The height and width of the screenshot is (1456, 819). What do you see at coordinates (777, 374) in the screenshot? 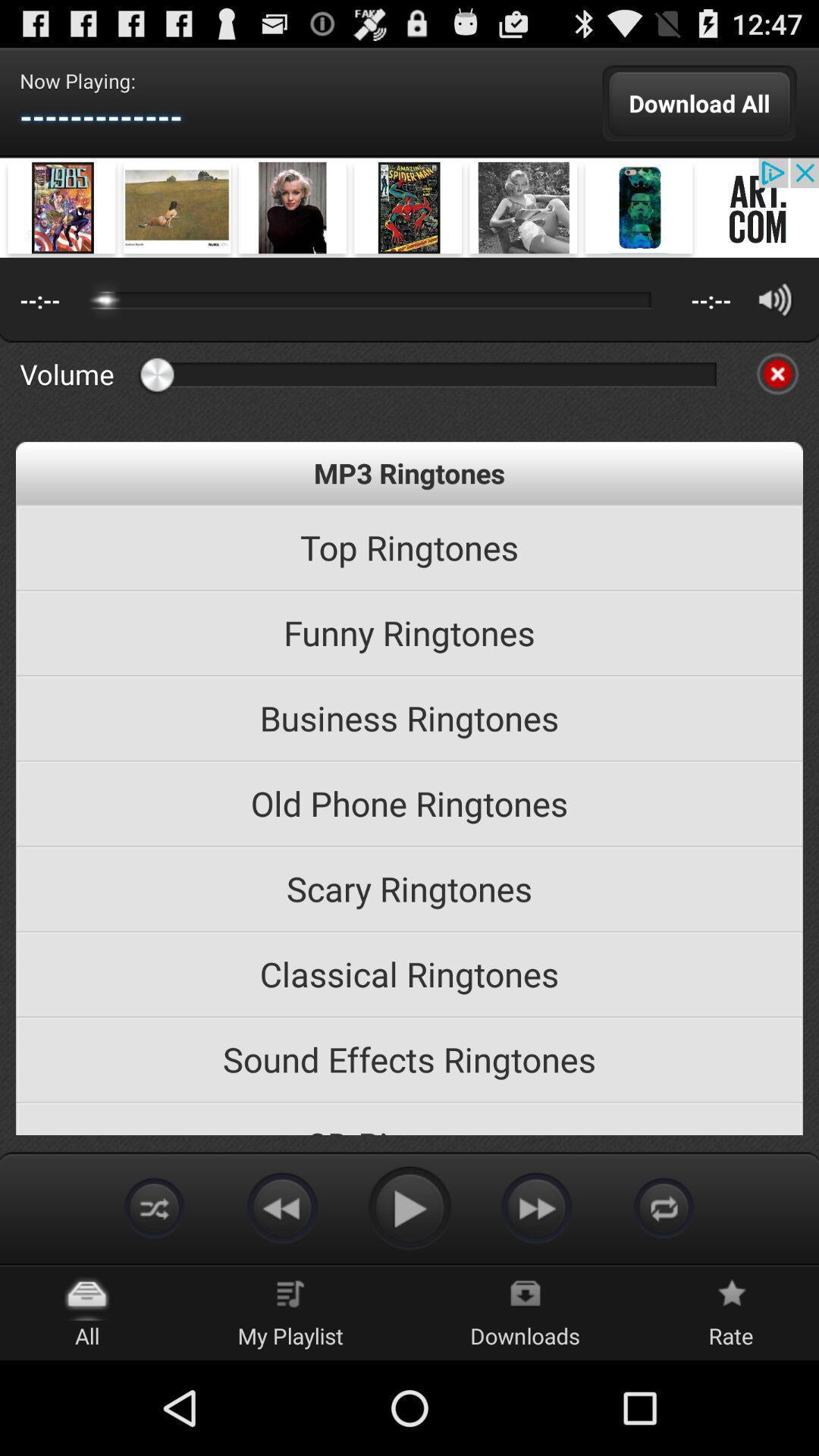
I see `cancel button` at bounding box center [777, 374].